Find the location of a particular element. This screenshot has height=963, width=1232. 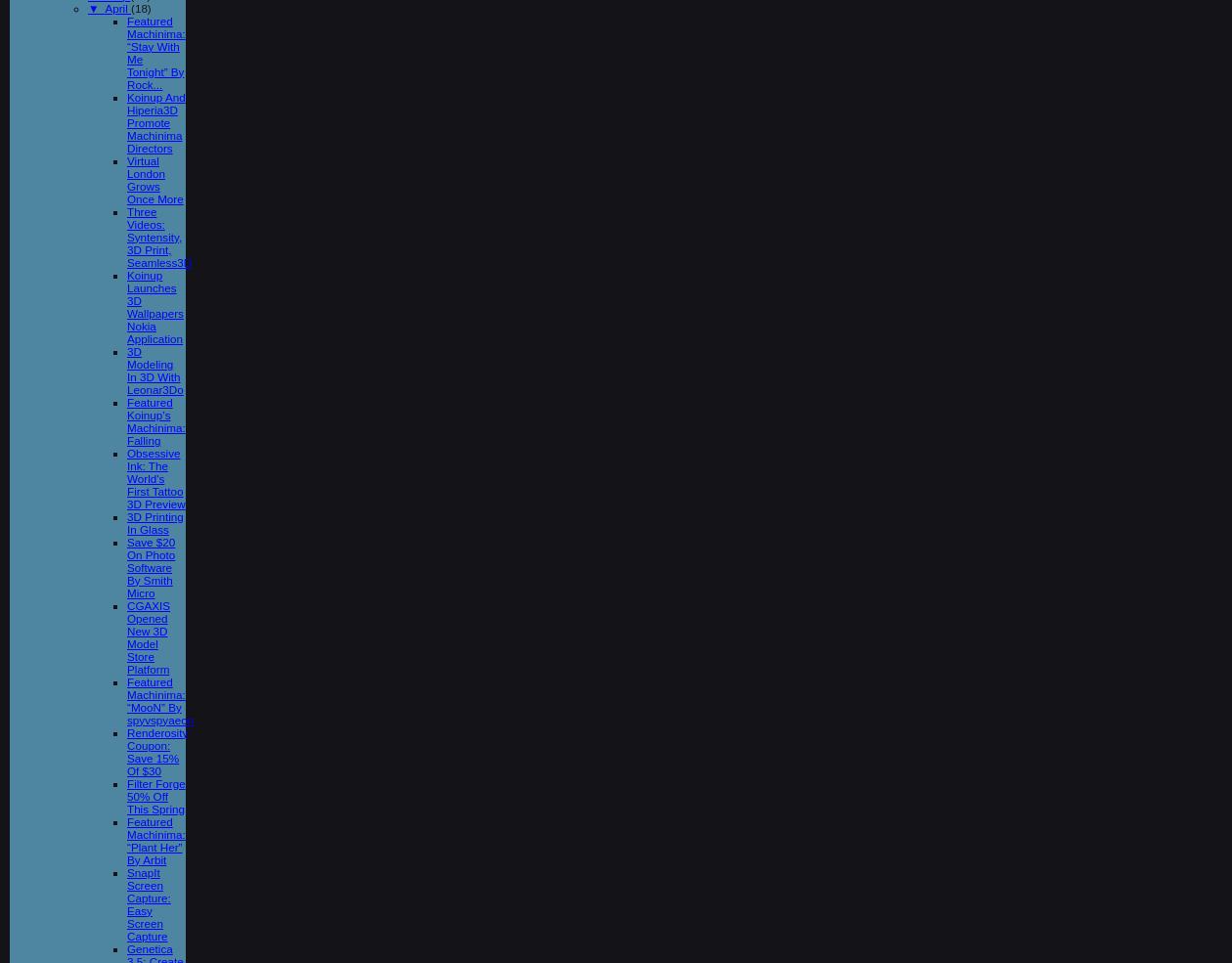

'Featured Machinima: “MooN” By spyvspyaeon' is located at coordinates (160, 699).